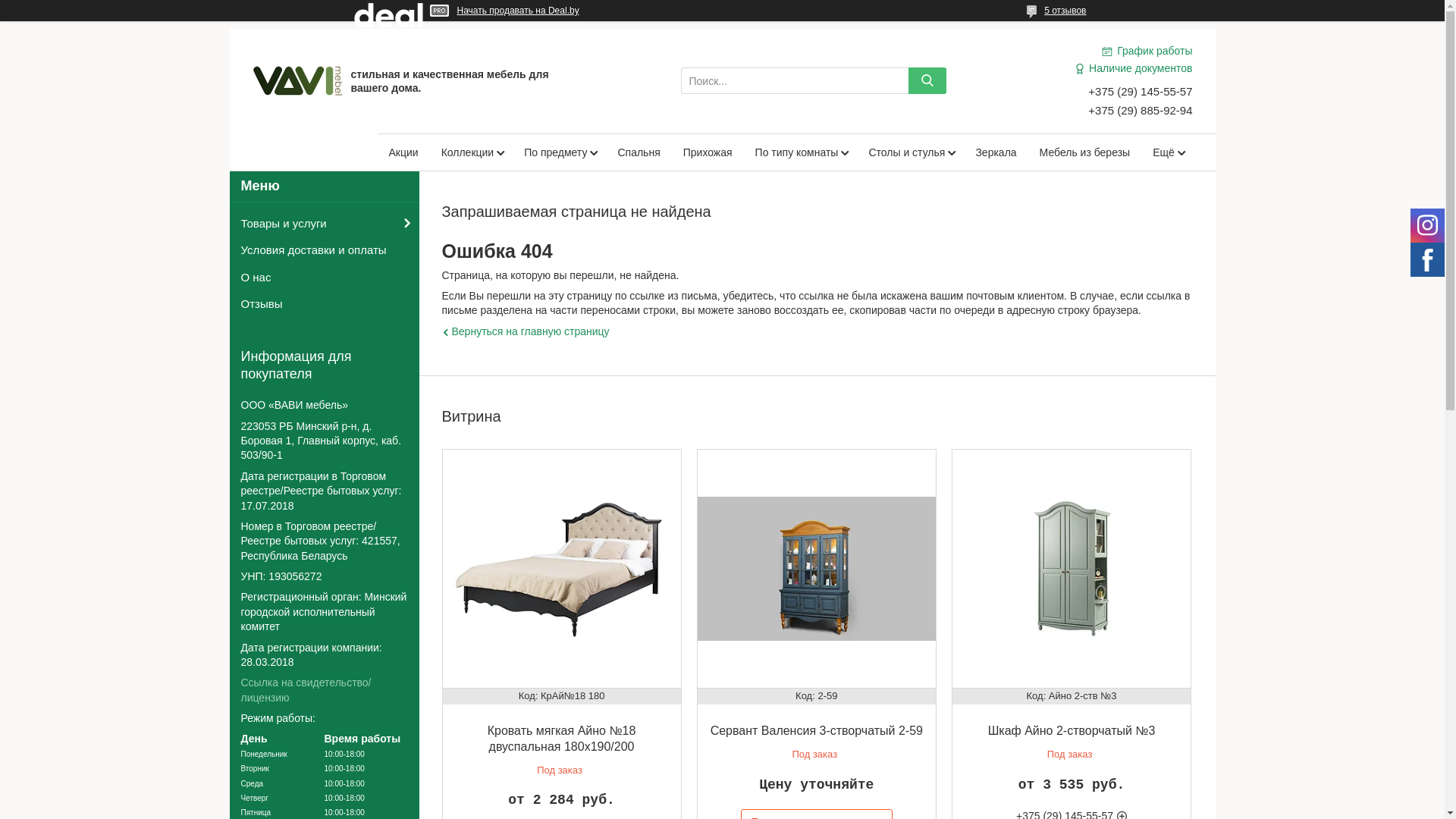 This screenshot has width=1456, height=819. What do you see at coordinates (251, 80) in the screenshot?
I see `'VAVI Group'` at bounding box center [251, 80].